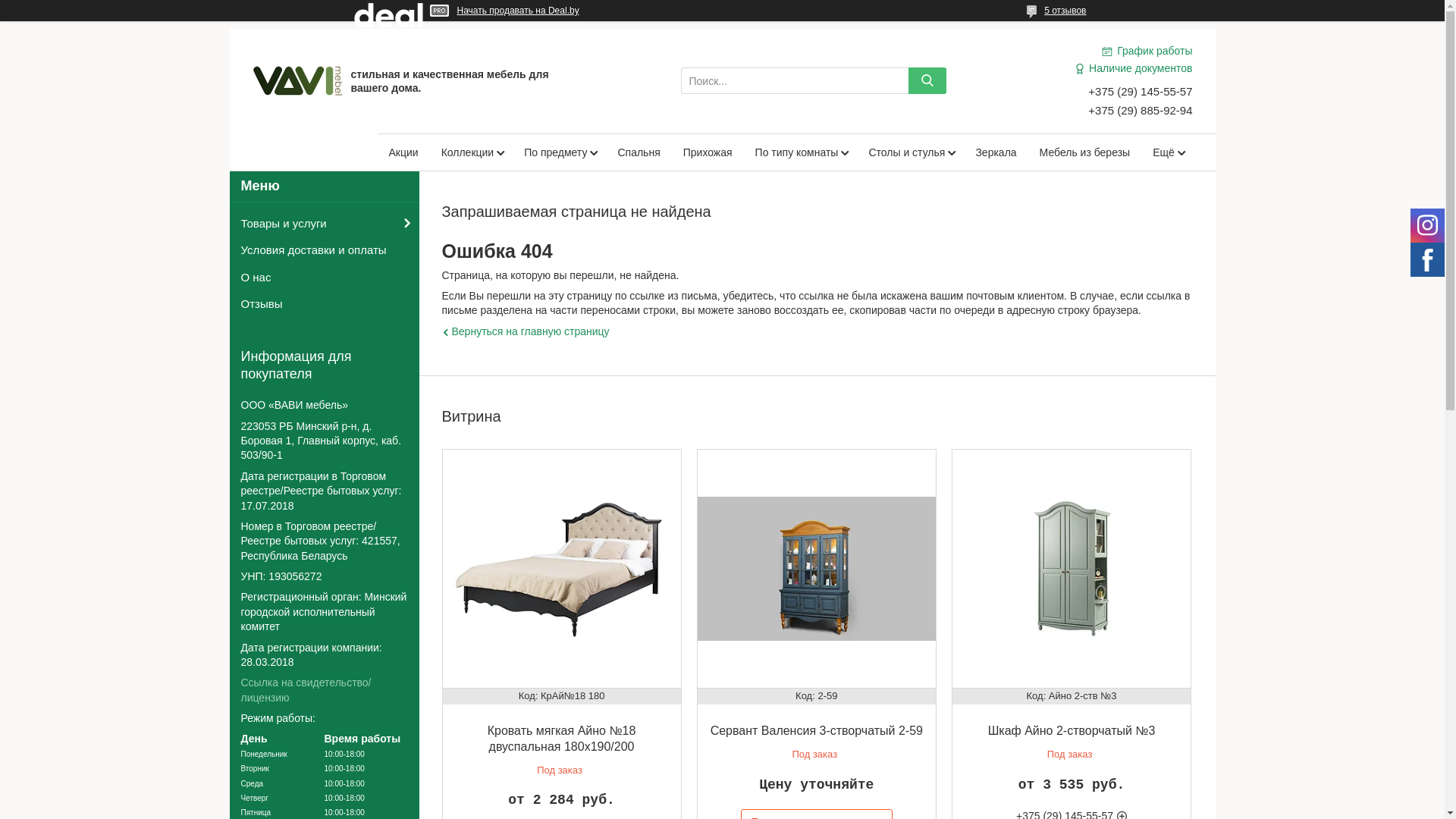 This screenshot has width=1456, height=819. What do you see at coordinates (251, 80) in the screenshot?
I see `'VAVI Group'` at bounding box center [251, 80].